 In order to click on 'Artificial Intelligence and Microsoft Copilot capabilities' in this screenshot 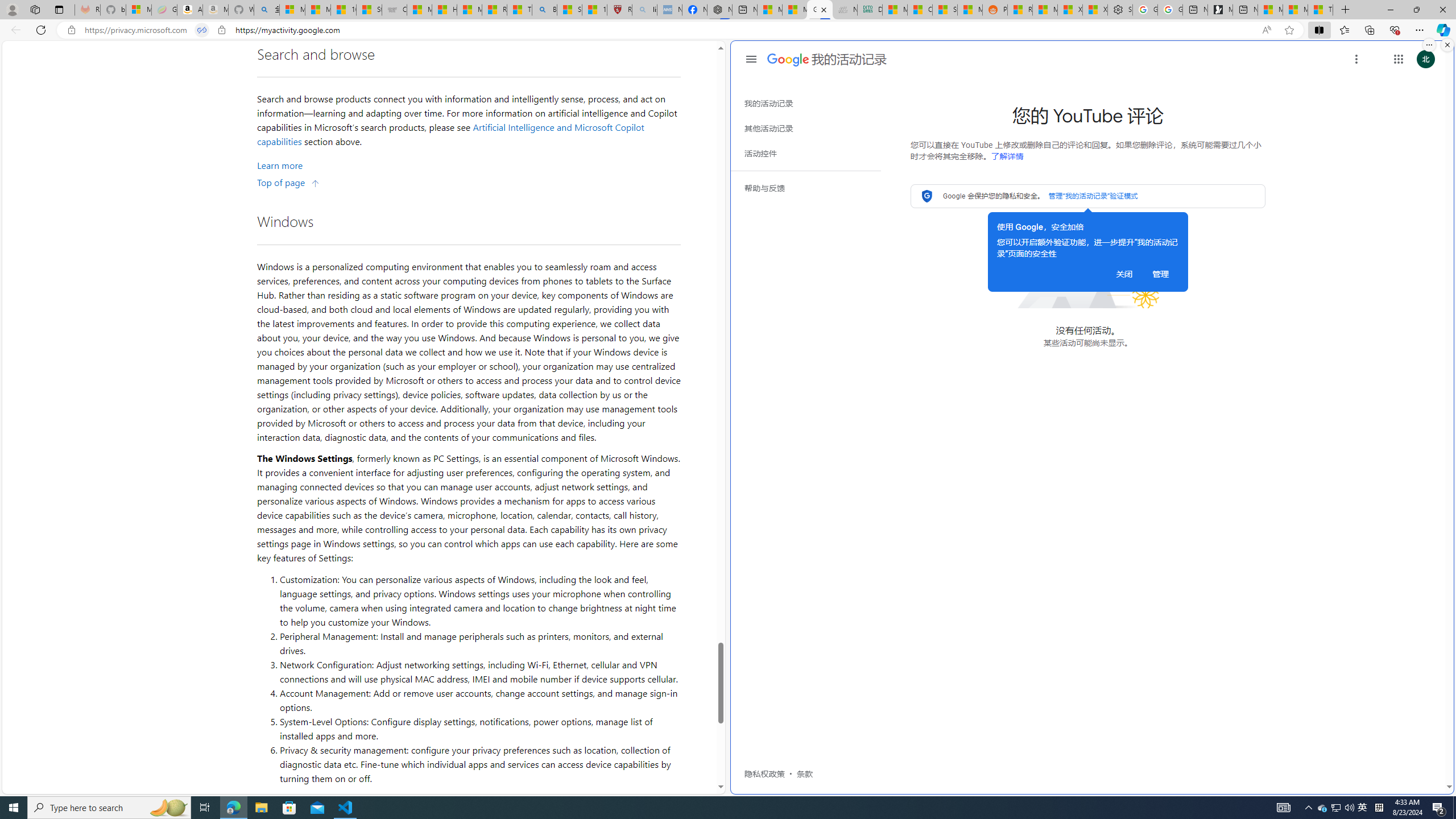, I will do `click(450, 133)`.